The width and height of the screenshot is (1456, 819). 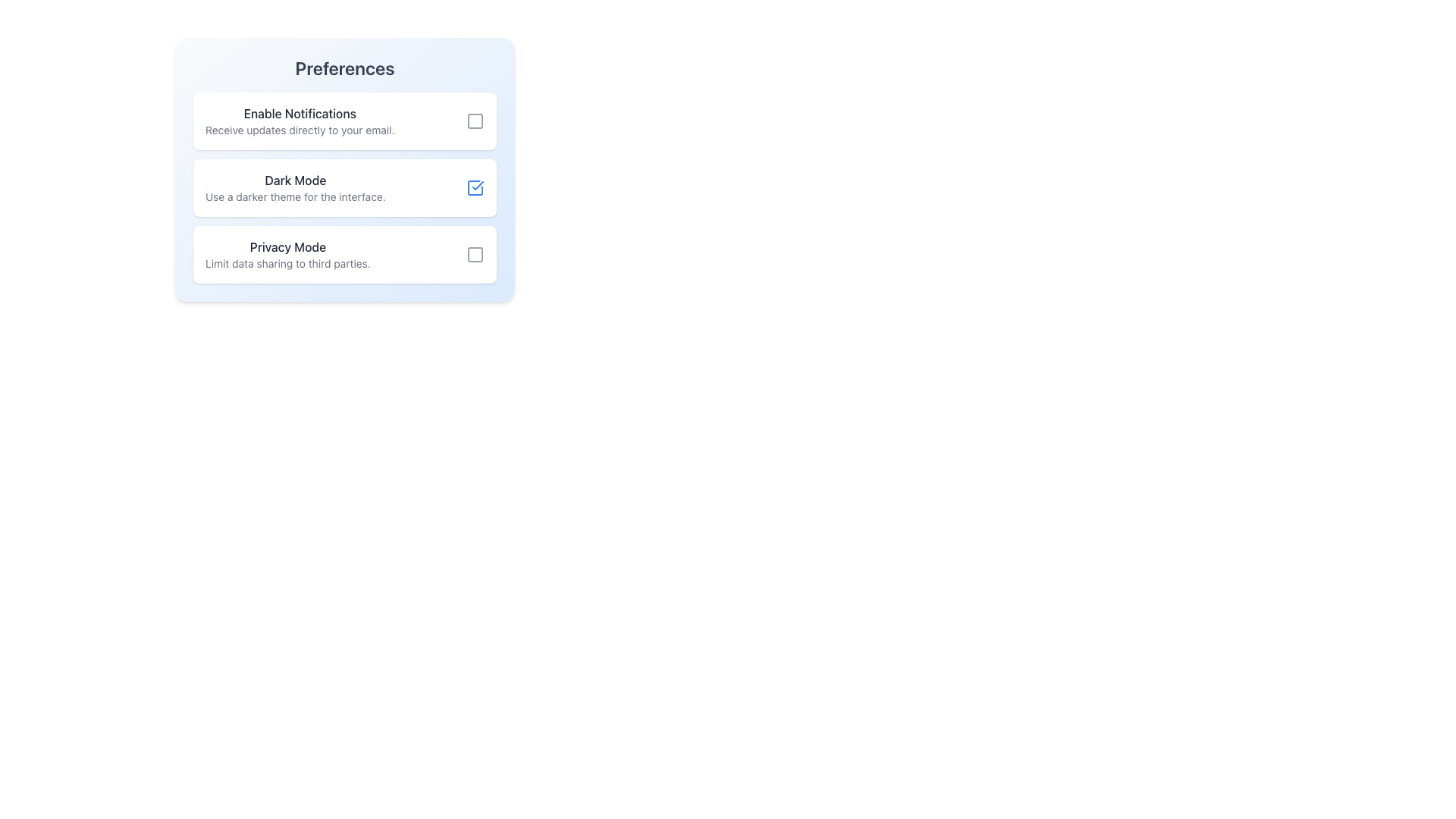 What do you see at coordinates (287, 246) in the screenshot?
I see `the 'Privacy Mode' text label, which is the title for the preference setting located in the upper portion of the row labeled 'Privacy ModeLimit data sharing to third parties.'` at bounding box center [287, 246].